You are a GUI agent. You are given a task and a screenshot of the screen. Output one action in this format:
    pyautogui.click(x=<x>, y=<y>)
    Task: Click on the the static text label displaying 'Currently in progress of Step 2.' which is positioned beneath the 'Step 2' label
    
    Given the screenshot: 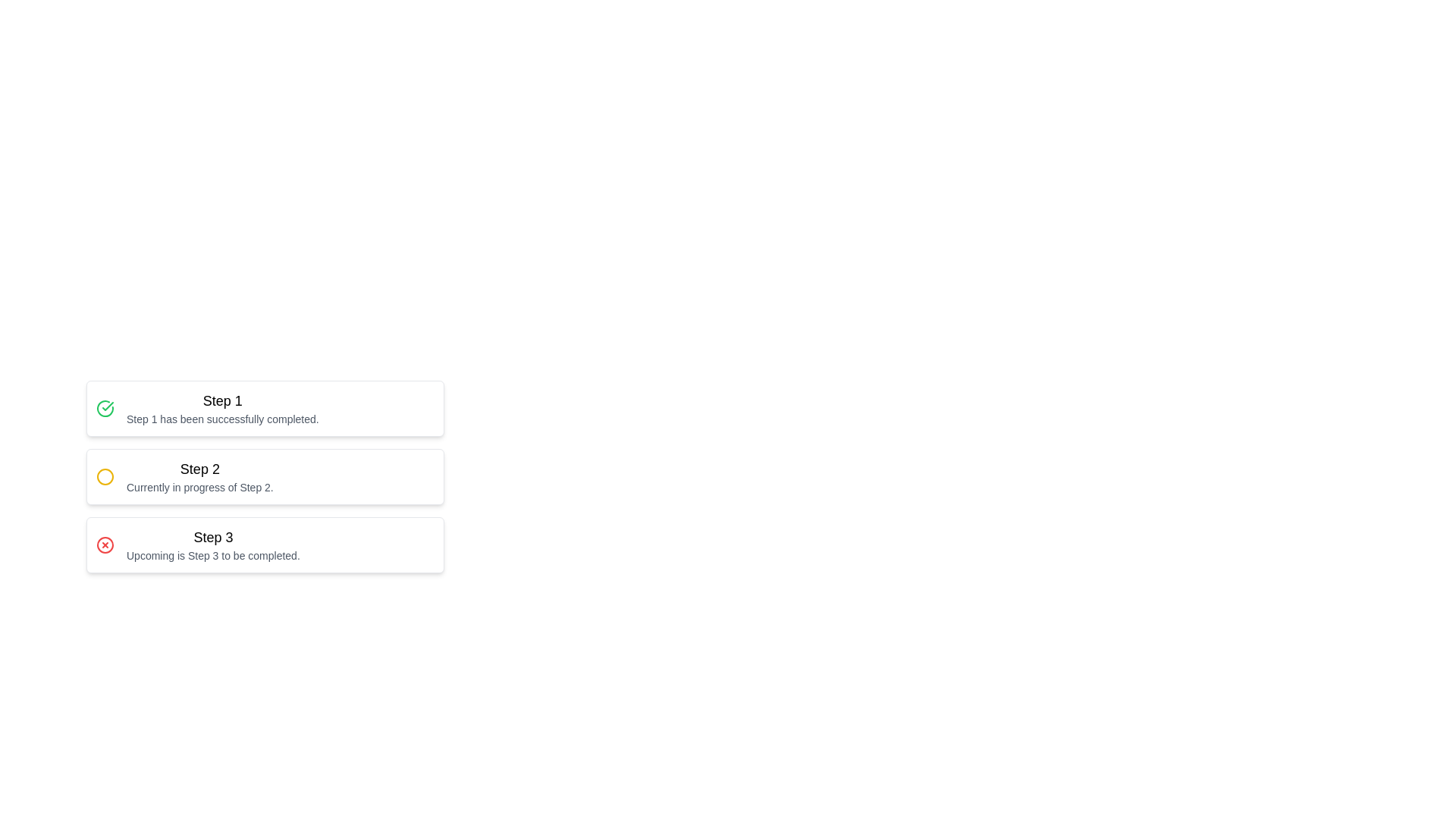 What is the action you would take?
    pyautogui.click(x=199, y=488)
    